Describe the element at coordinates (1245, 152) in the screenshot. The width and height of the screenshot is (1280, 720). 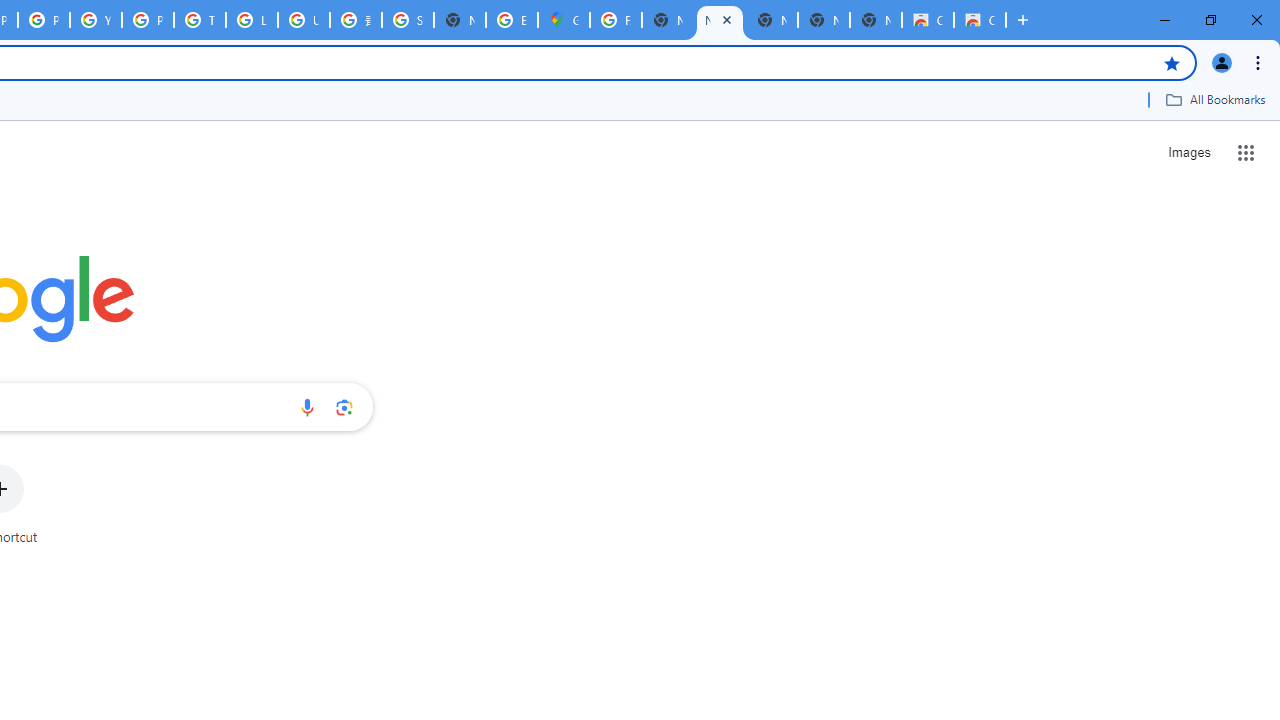
I see `'Google apps'` at that location.